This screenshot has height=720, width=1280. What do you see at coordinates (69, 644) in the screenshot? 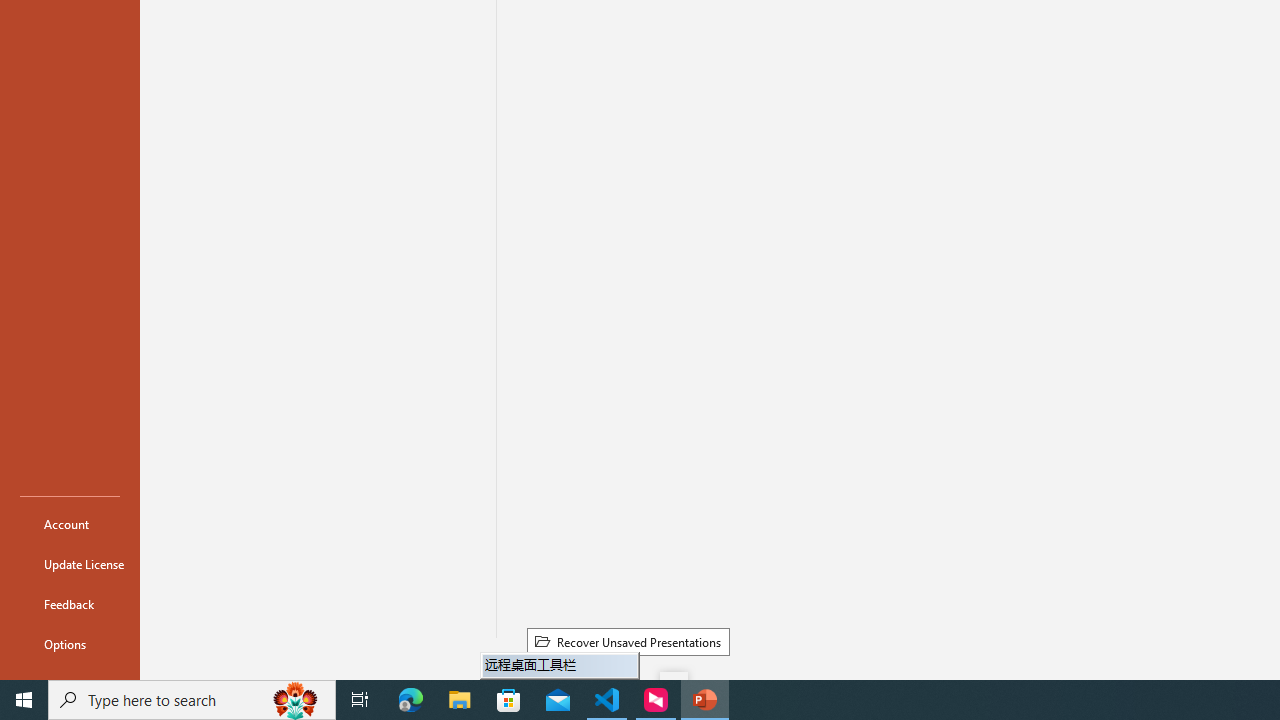
I see `'Options'` at bounding box center [69, 644].